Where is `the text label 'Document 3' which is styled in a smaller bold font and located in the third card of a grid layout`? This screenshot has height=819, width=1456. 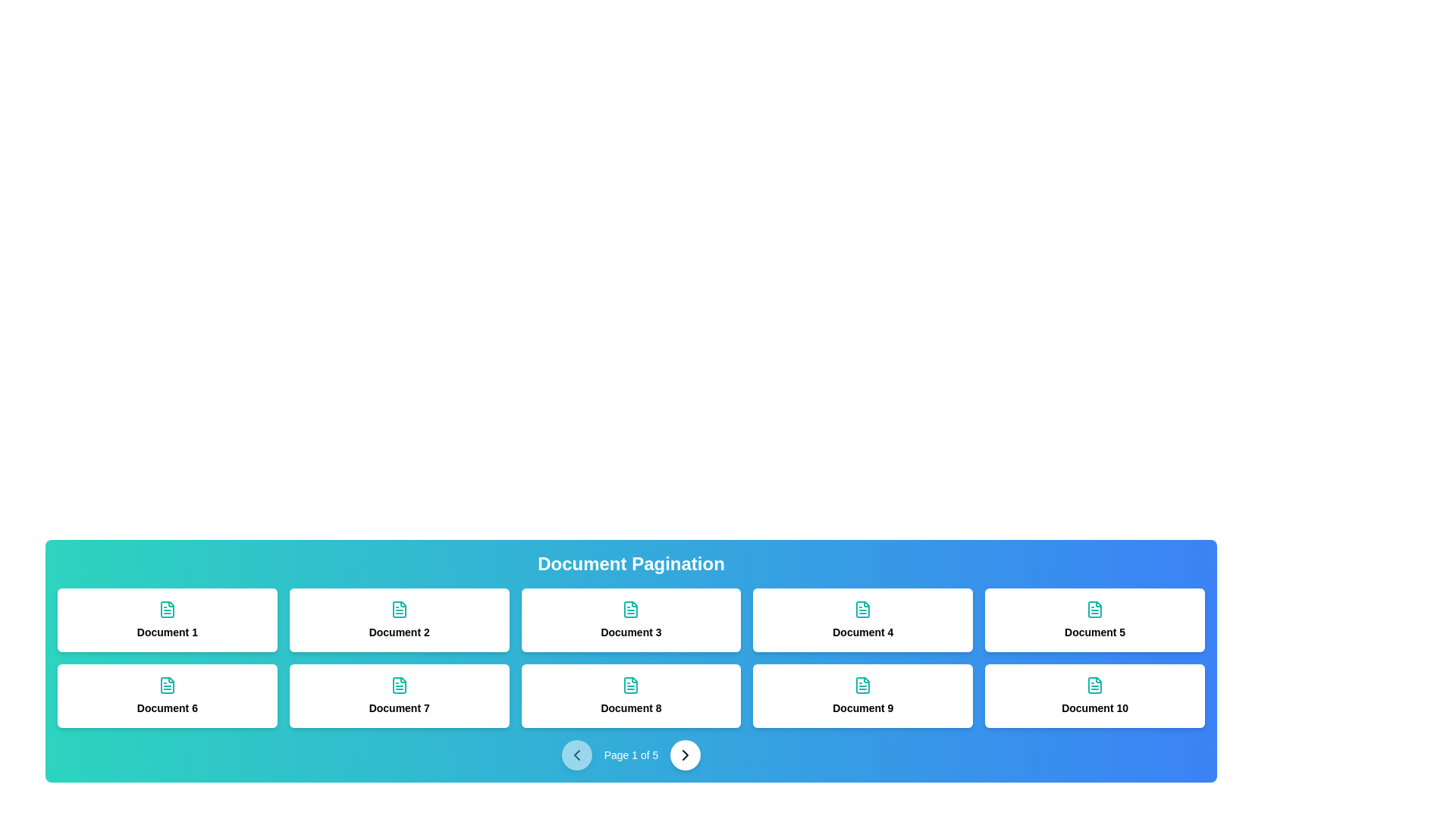
the text label 'Document 3' which is styled in a smaller bold font and located in the third card of a grid layout is located at coordinates (631, 632).